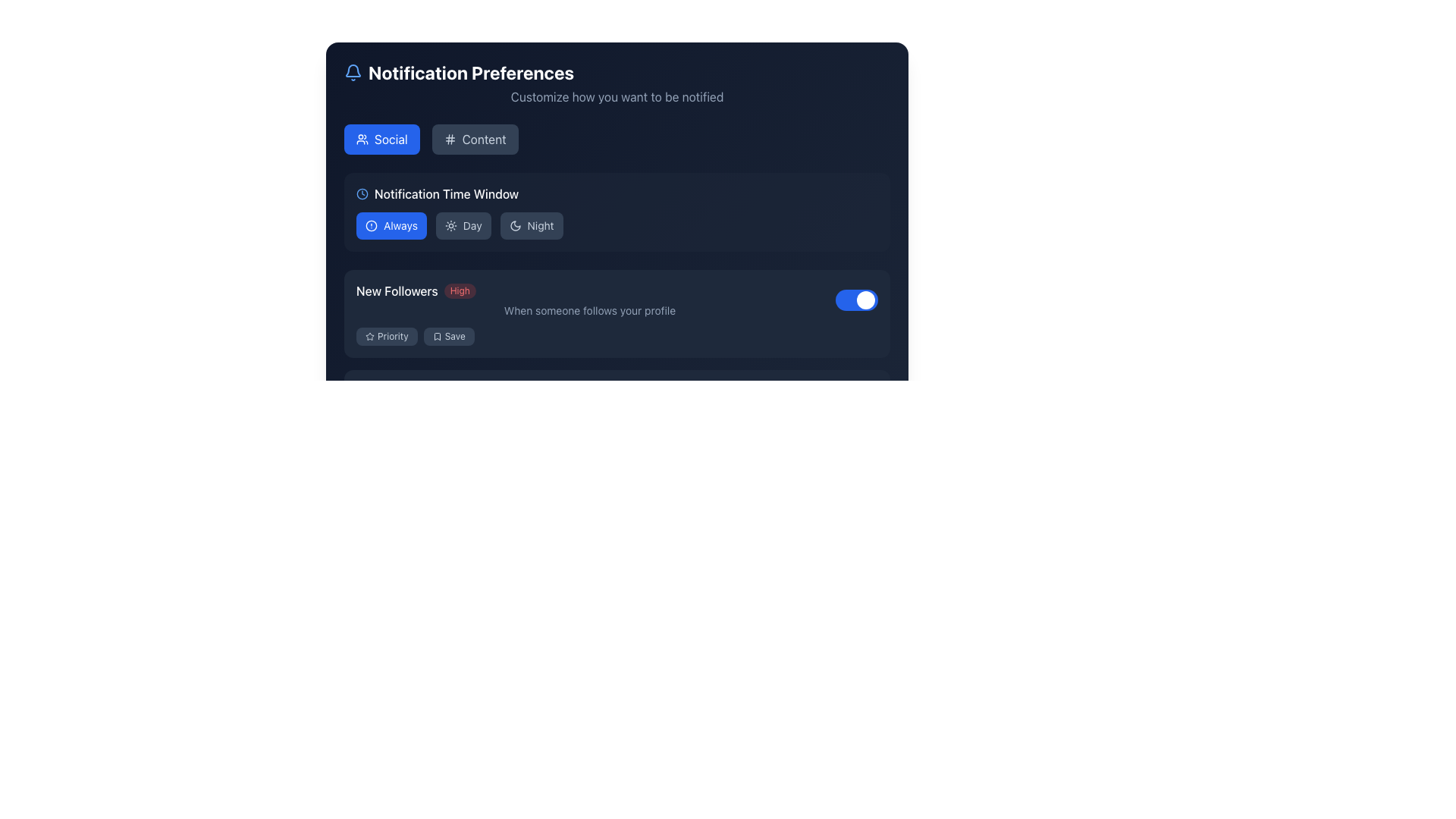 The image size is (1456, 819). I want to click on the decorative icon next to the 'Social' button in the Notification Preferences interface, so click(362, 140).